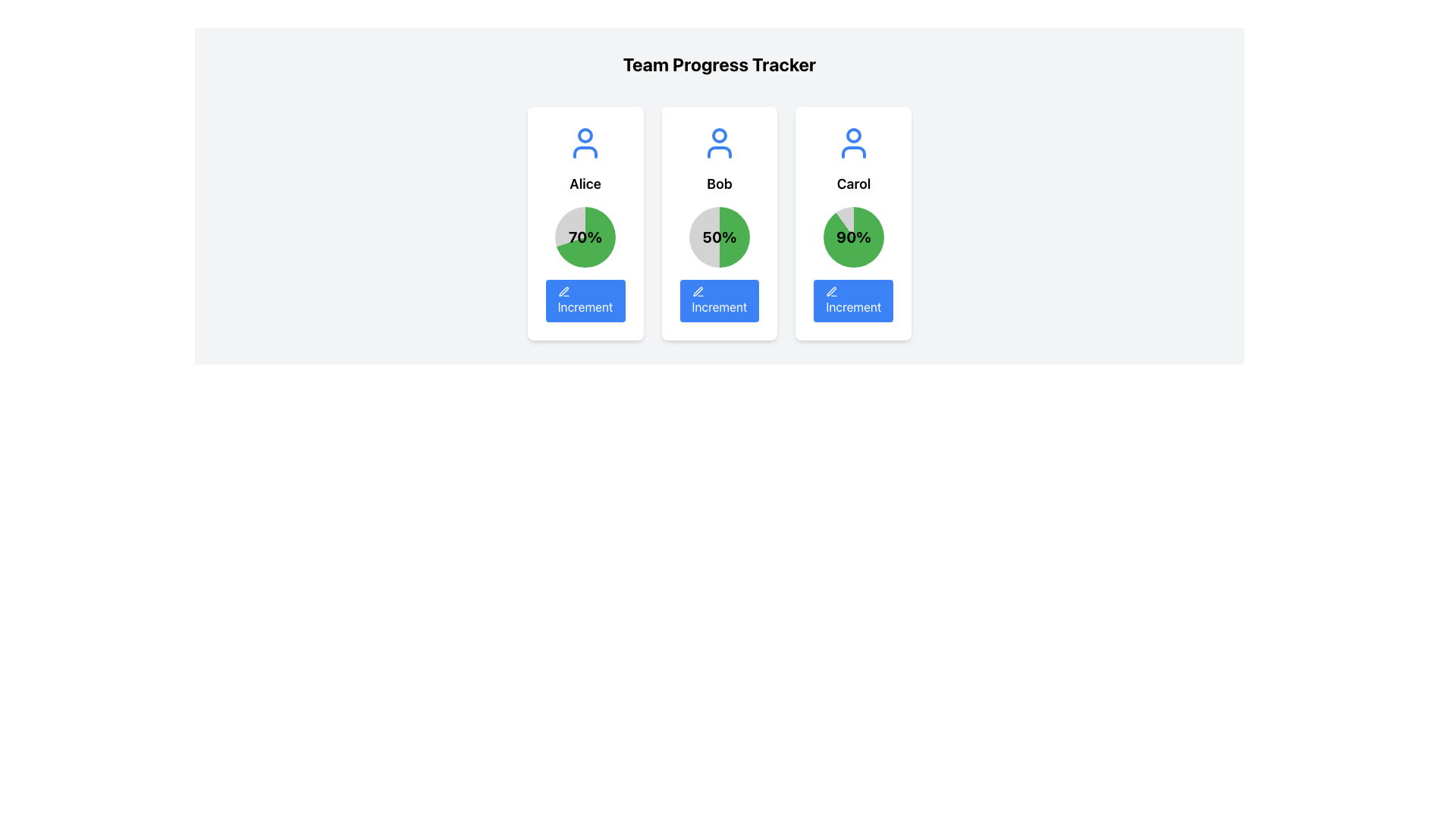 The width and height of the screenshot is (1456, 819). I want to click on the increment button located at the bottom section of the card labeled 'Bob' to increment the associated value, so click(719, 301).